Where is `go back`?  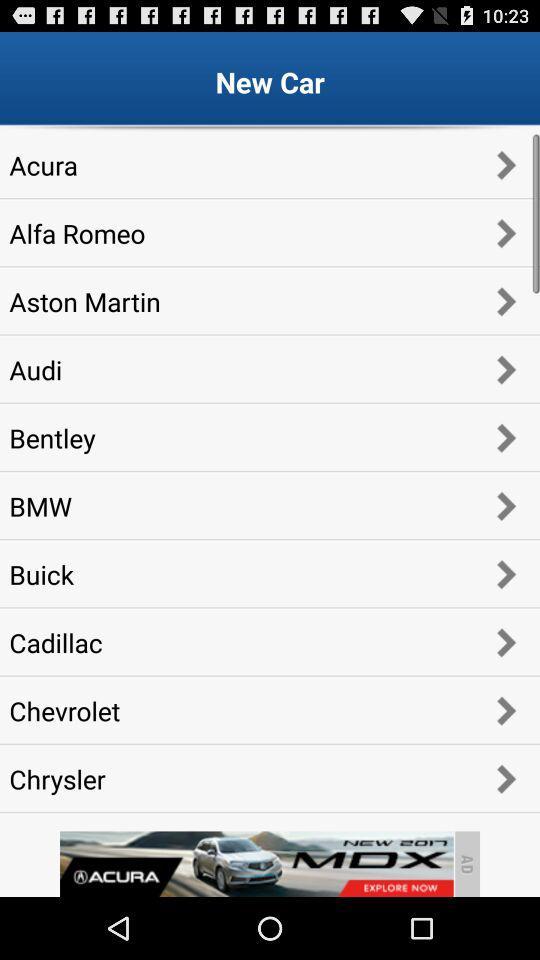
go back is located at coordinates (256, 863).